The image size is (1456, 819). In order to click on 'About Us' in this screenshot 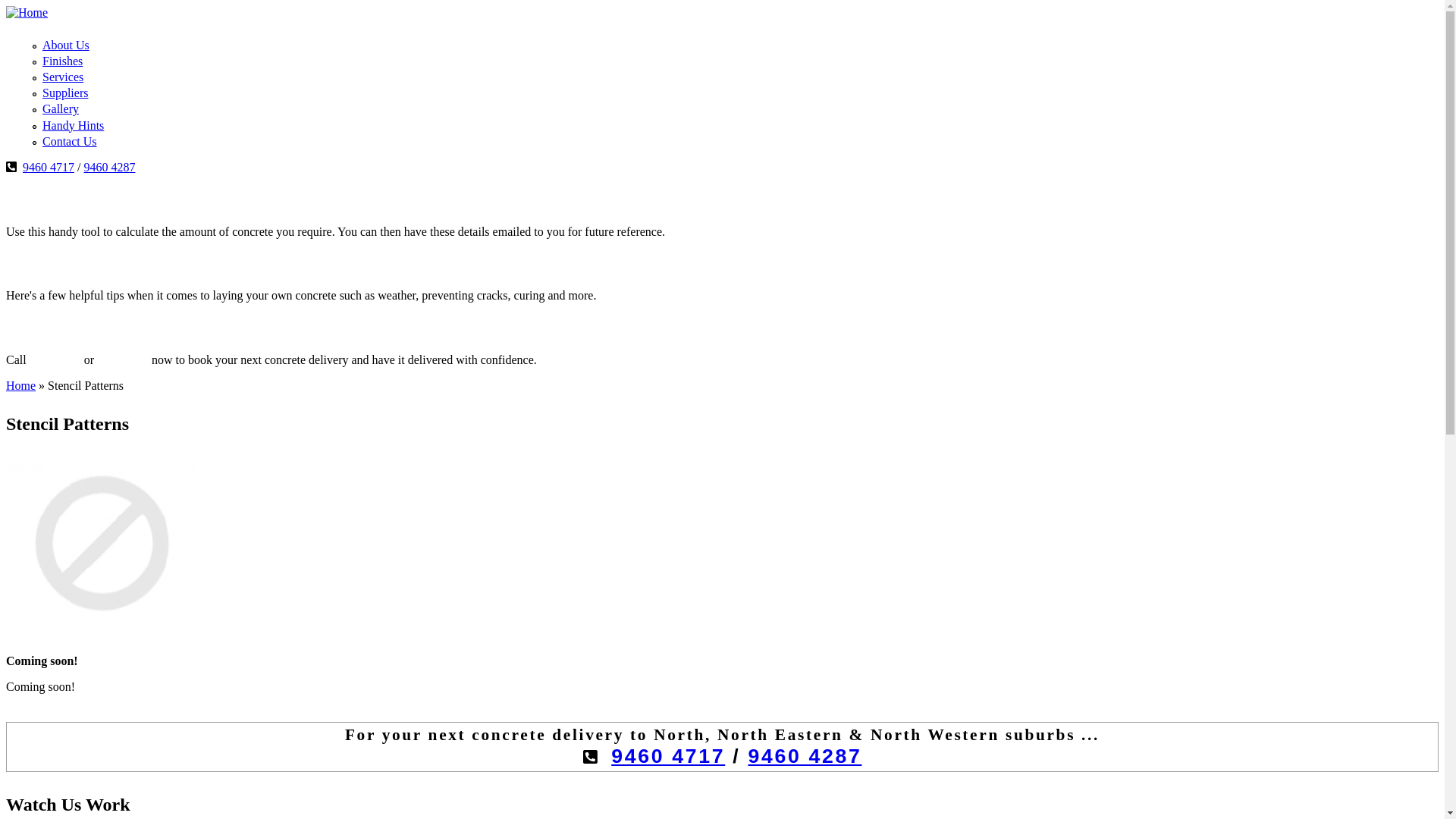, I will do `click(42, 44)`.